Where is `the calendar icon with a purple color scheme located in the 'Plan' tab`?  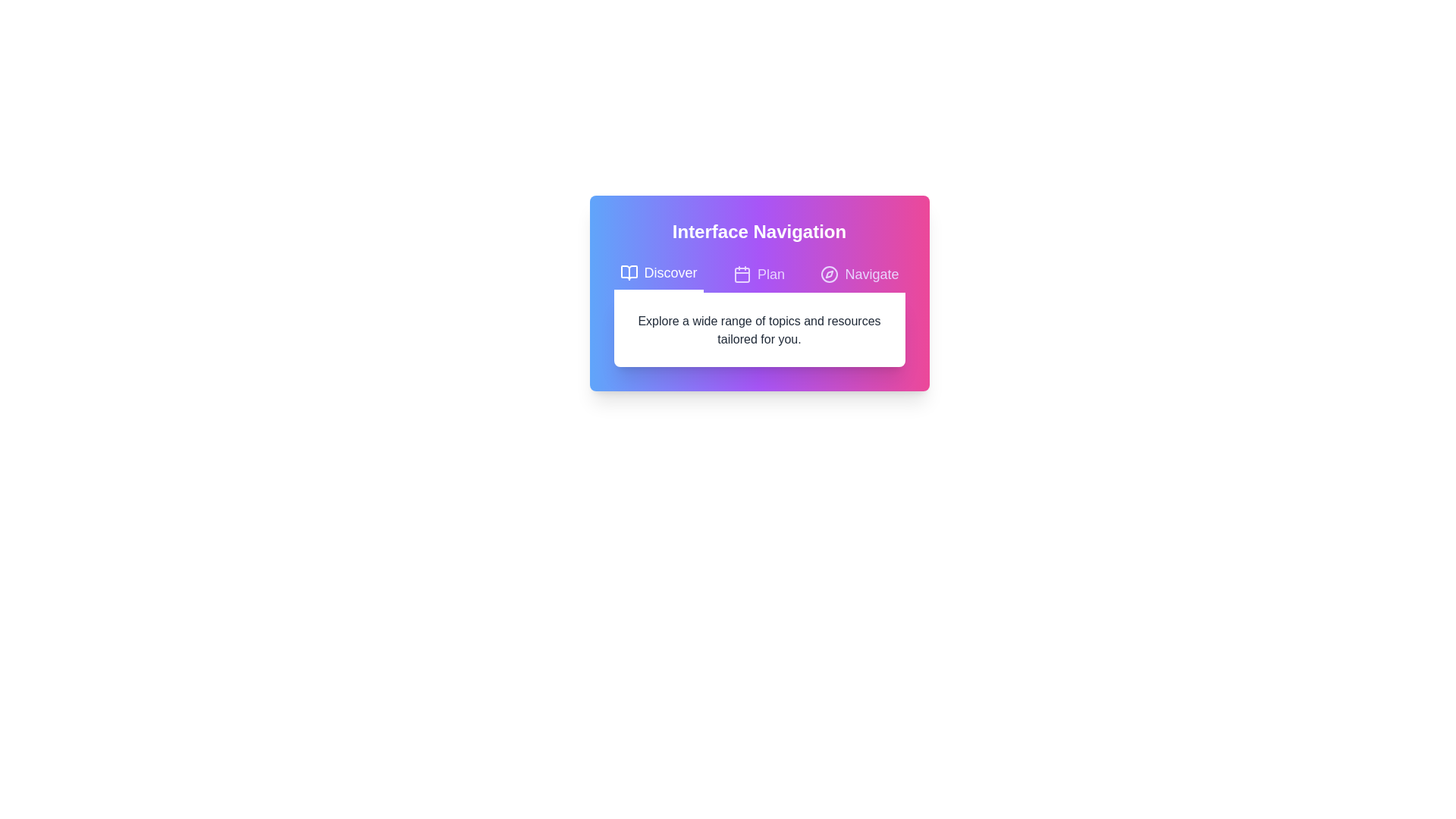
the calendar icon with a purple color scheme located in the 'Plan' tab is located at coordinates (742, 275).